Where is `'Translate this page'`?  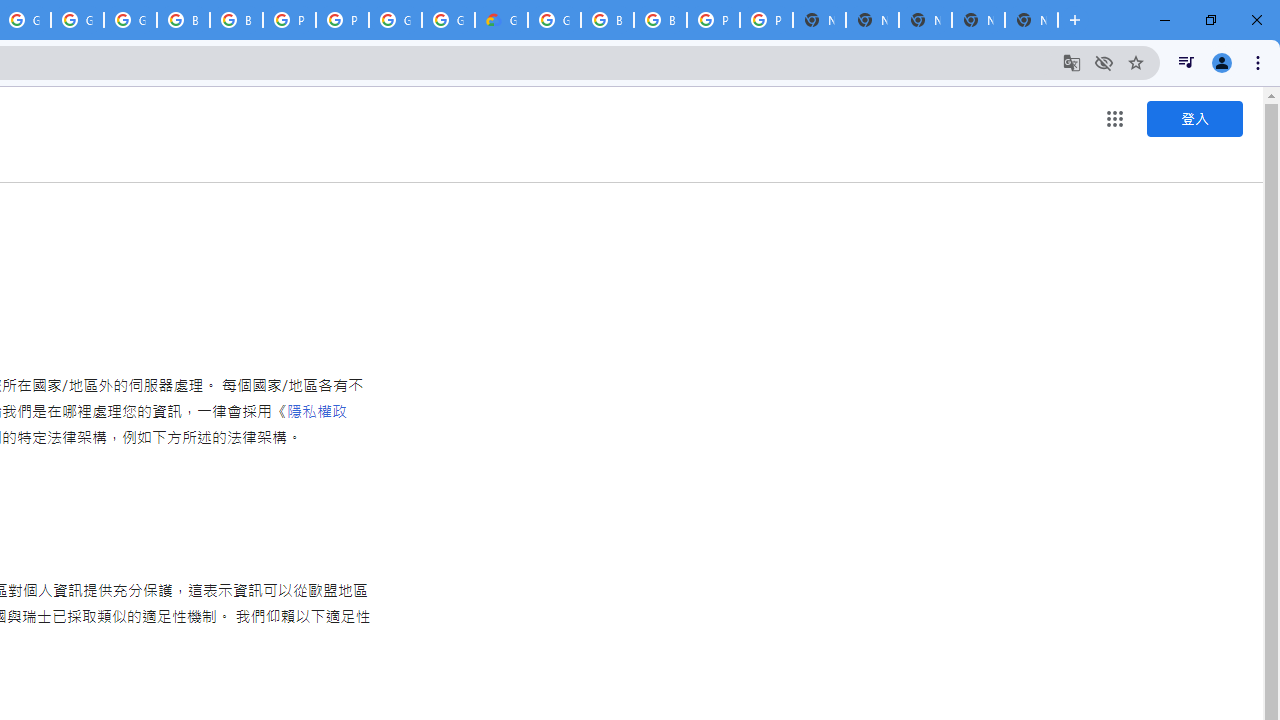 'Translate this page' is located at coordinates (1071, 61).